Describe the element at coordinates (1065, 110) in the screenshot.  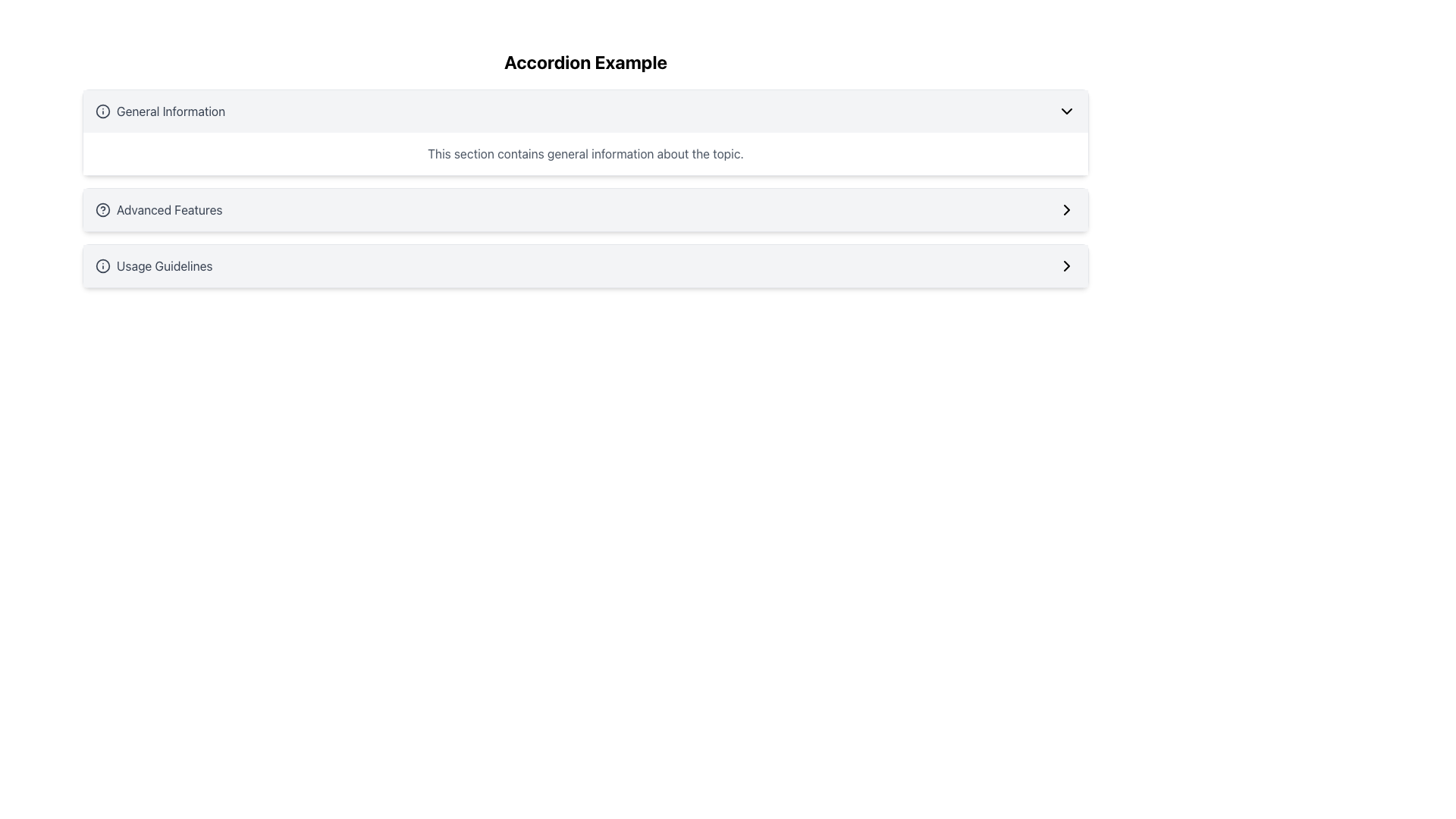
I see `the downward-pointing gray chevron icon located at the far right of the 'General Information' panel's header` at that location.